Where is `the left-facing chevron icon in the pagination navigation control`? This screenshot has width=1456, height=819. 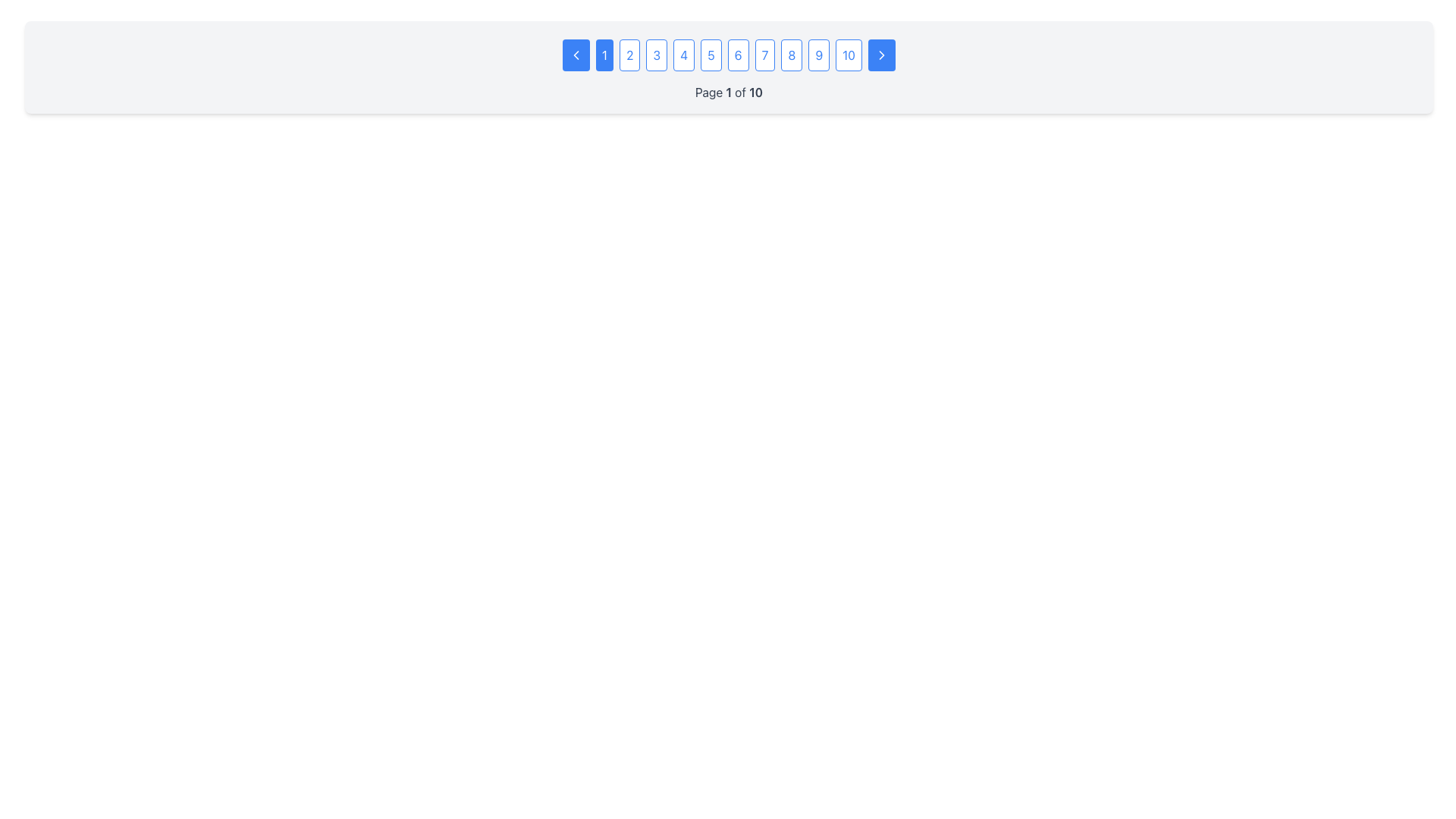
the left-facing chevron icon in the pagination navigation control is located at coordinates (575, 55).